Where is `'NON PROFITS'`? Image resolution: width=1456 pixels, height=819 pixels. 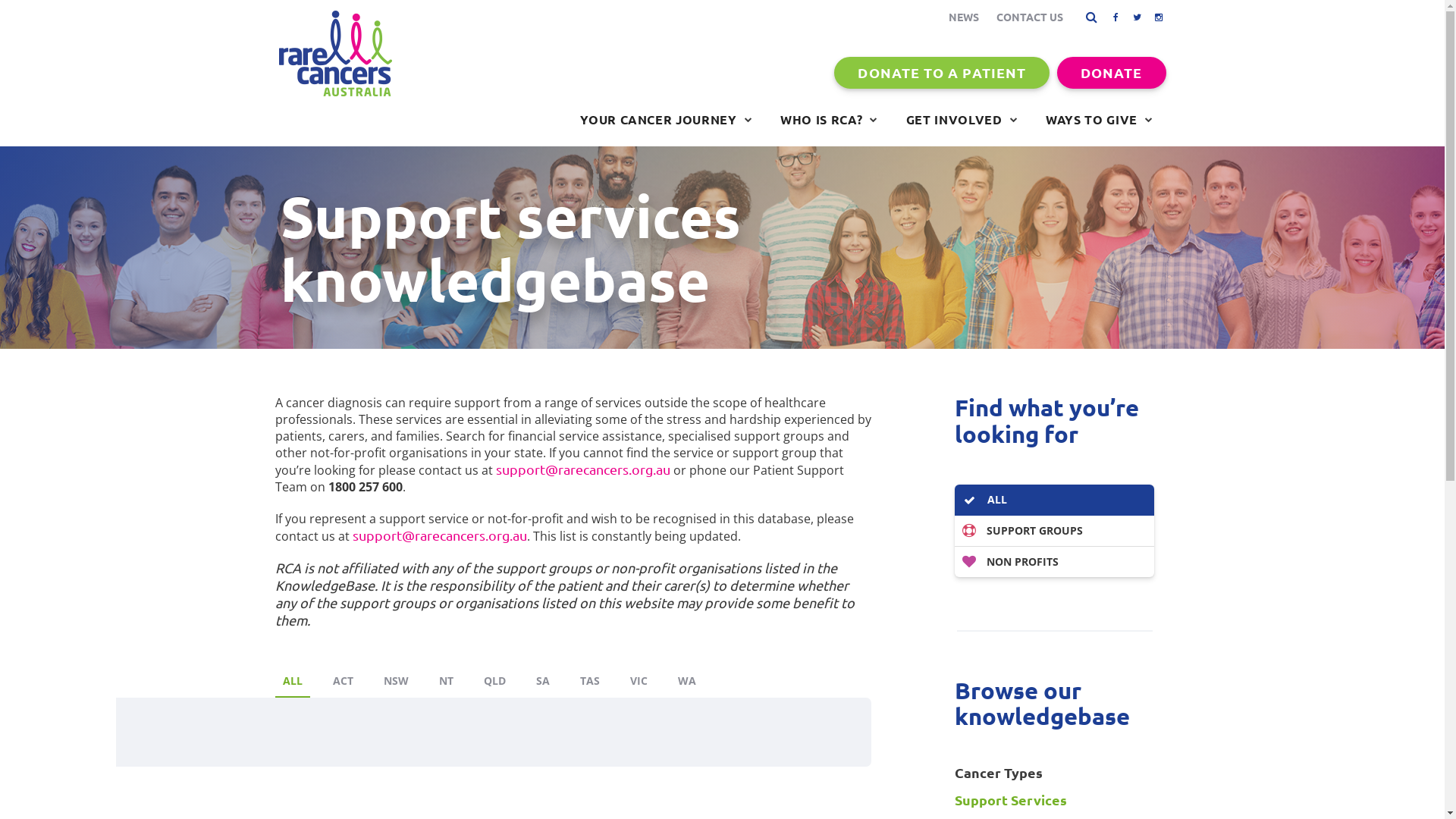 'NON PROFITS' is located at coordinates (1053, 561).